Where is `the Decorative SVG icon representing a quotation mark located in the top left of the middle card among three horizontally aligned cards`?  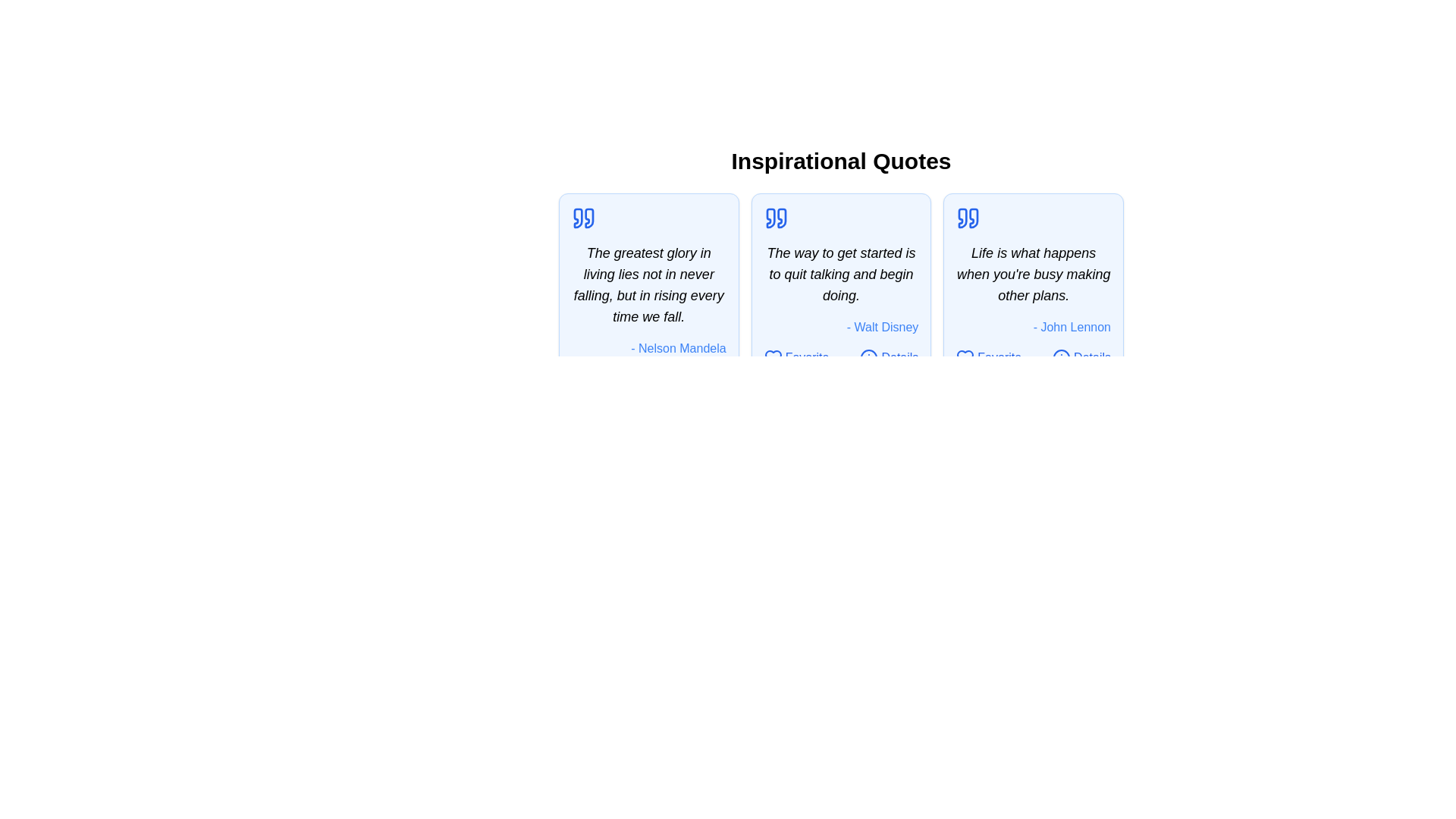
the Decorative SVG icon representing a quotation mark located in the top left of the middle card among three horizontally aligned cards is located at coordinates (770, 218).